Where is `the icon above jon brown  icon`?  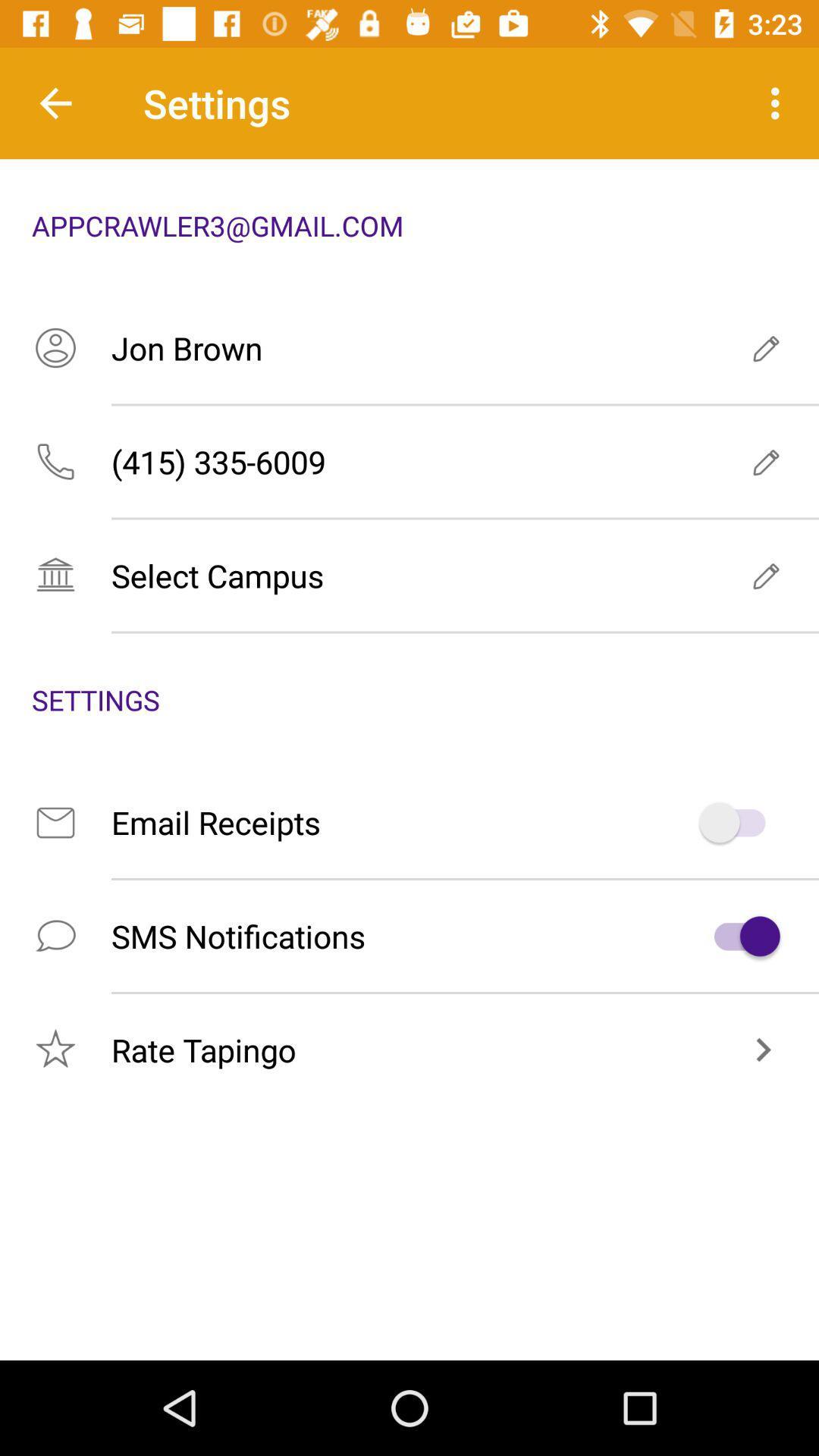
the icon above jon brown  icon is located at coordinates (779, 102).